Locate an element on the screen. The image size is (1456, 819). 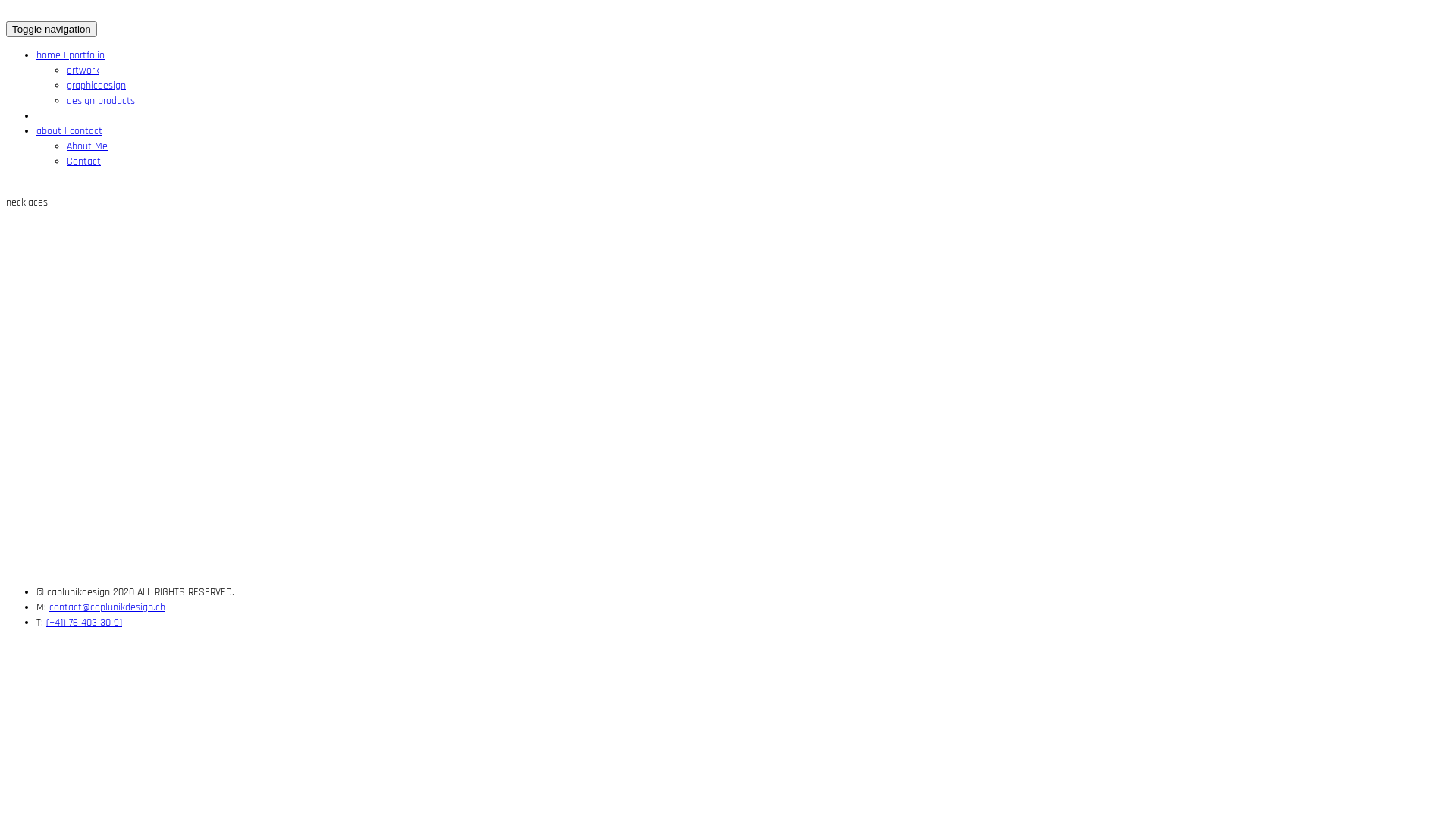
'artwork' is located at coordinates (82, 70).